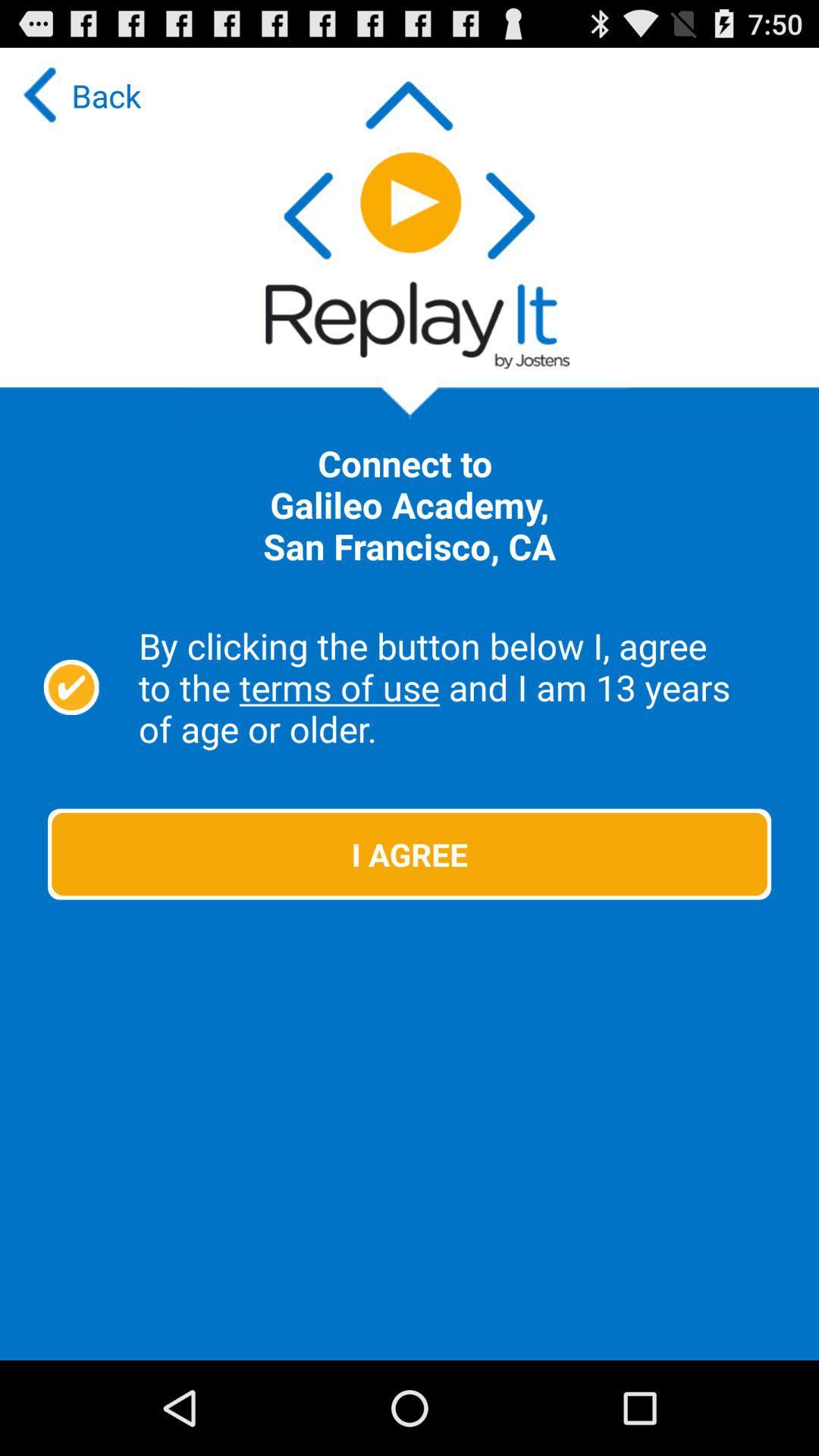 The image size is (819, 1456). I want to click on the by clicking the, so click(460, 686).